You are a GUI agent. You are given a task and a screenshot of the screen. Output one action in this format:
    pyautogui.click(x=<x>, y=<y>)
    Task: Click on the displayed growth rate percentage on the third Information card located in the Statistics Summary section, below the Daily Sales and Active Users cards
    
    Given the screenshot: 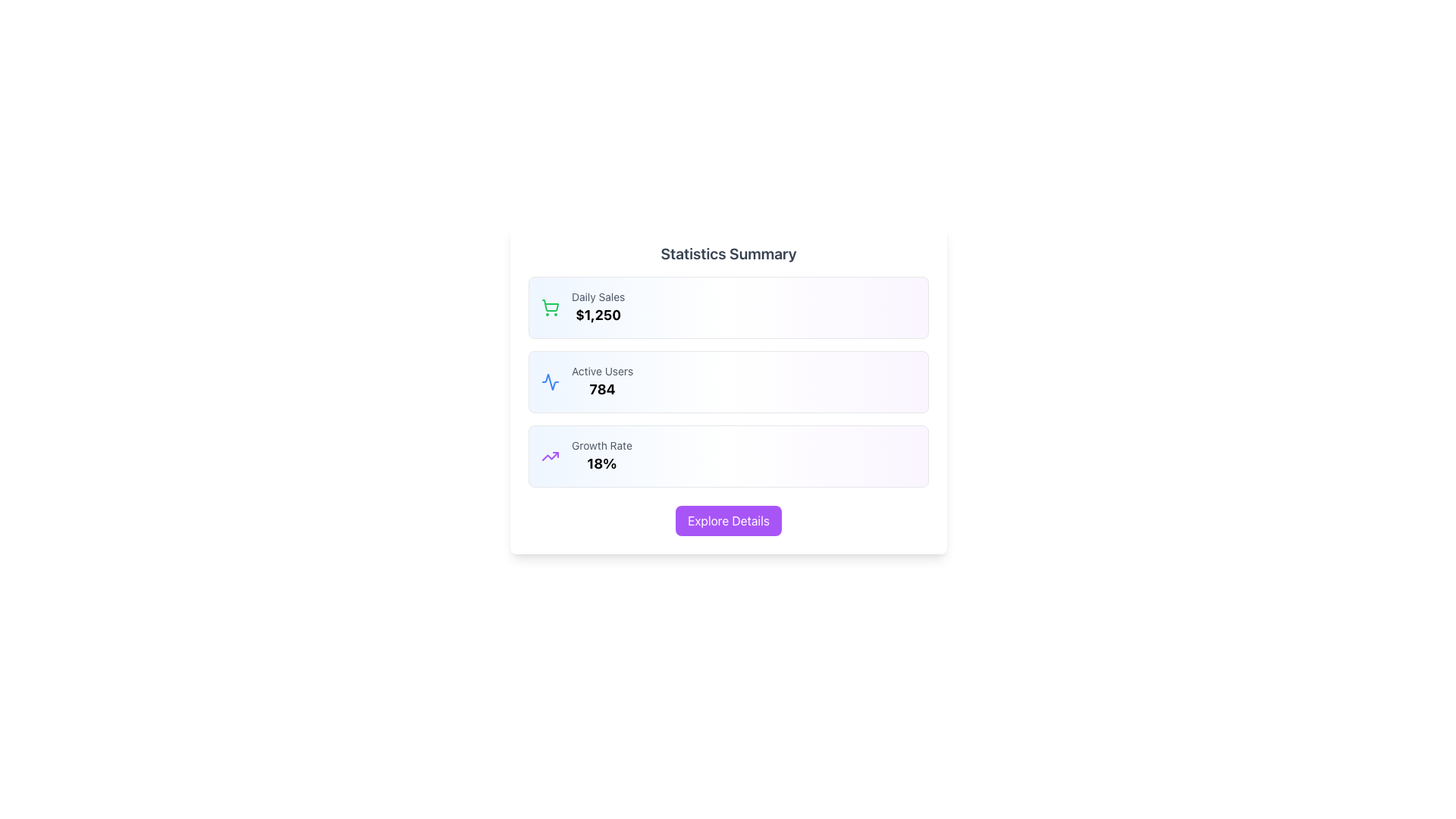 What is the action you would take?
    pyautogui.click(x=728, y=455)
    